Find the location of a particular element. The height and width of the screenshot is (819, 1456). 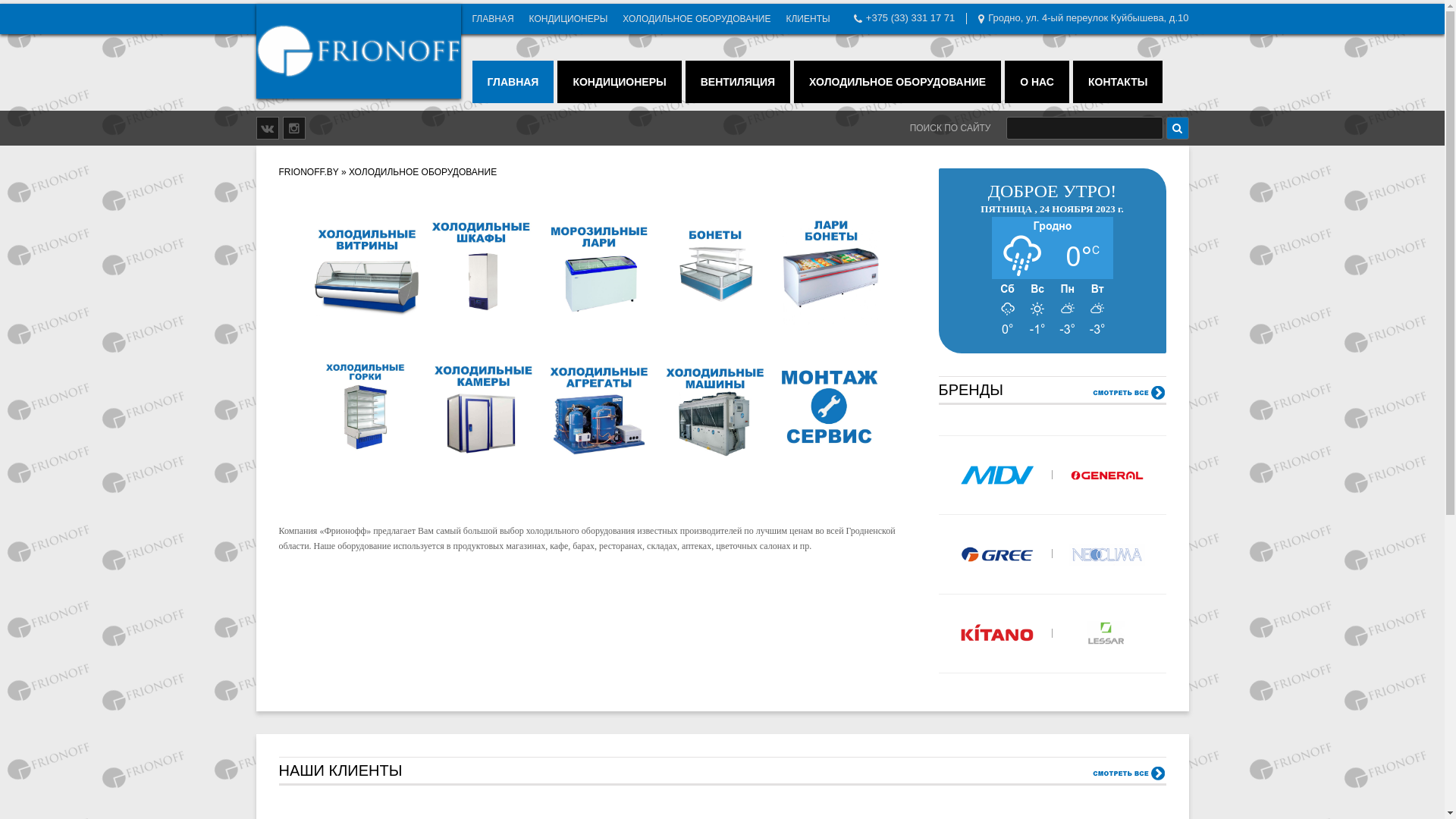

'+375 (33) 331 17 71' is located at coordinates (910, 17).